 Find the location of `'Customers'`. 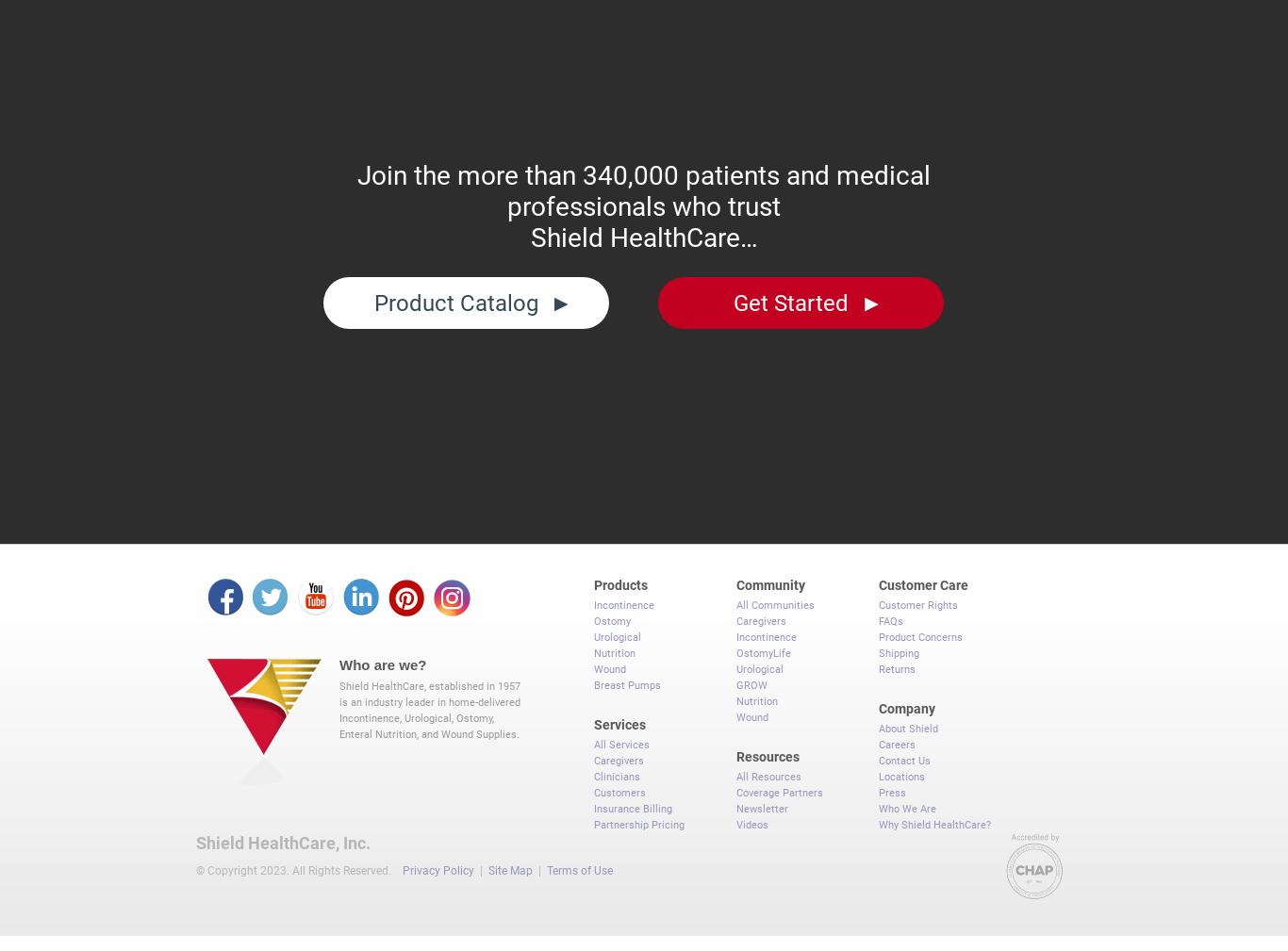

'Customers' is located at coordinates (619, 783).